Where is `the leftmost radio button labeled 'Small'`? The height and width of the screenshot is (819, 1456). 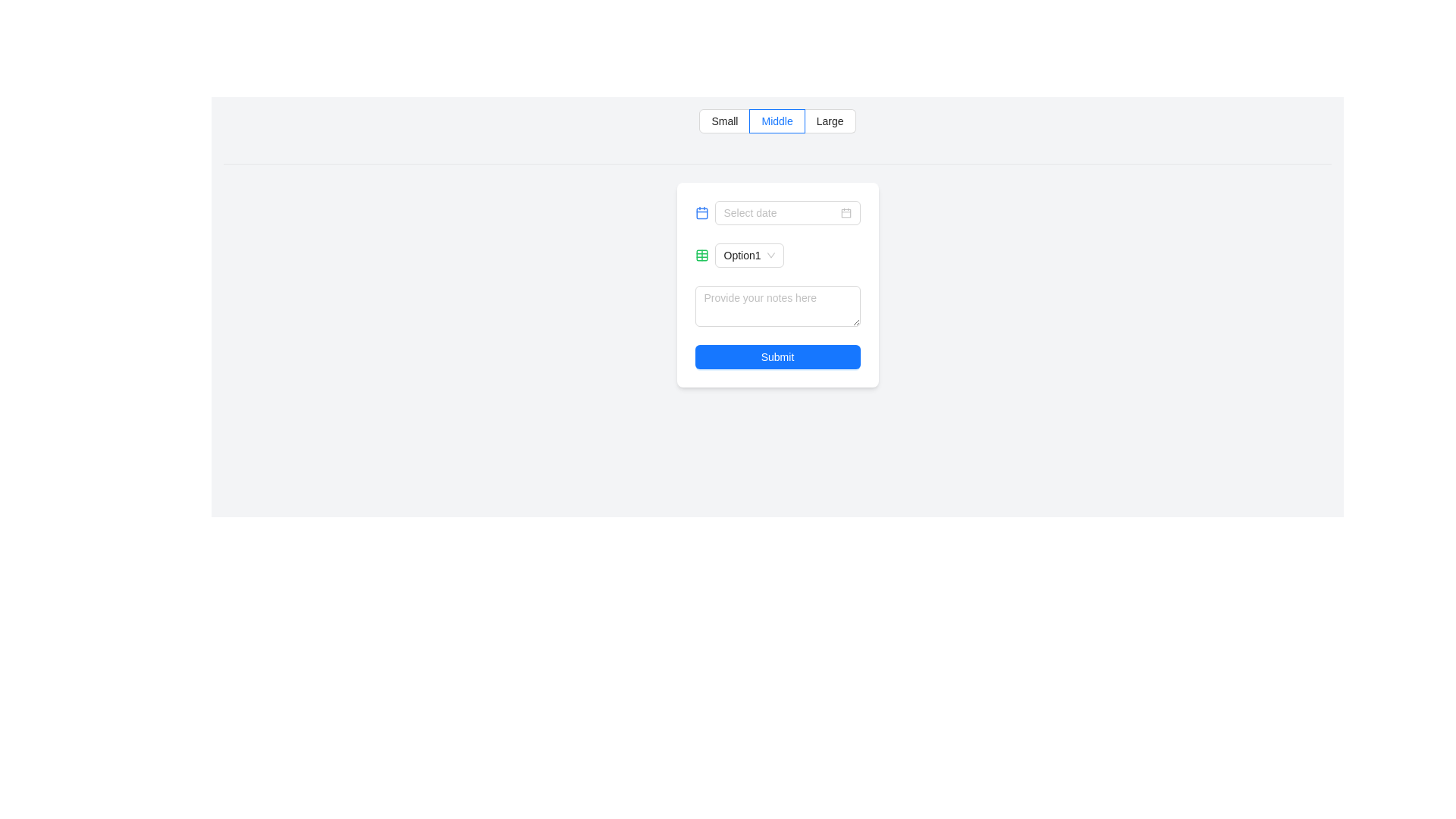
the leftmost radio button labeled 'Small' is located at coordinates (723, 120).